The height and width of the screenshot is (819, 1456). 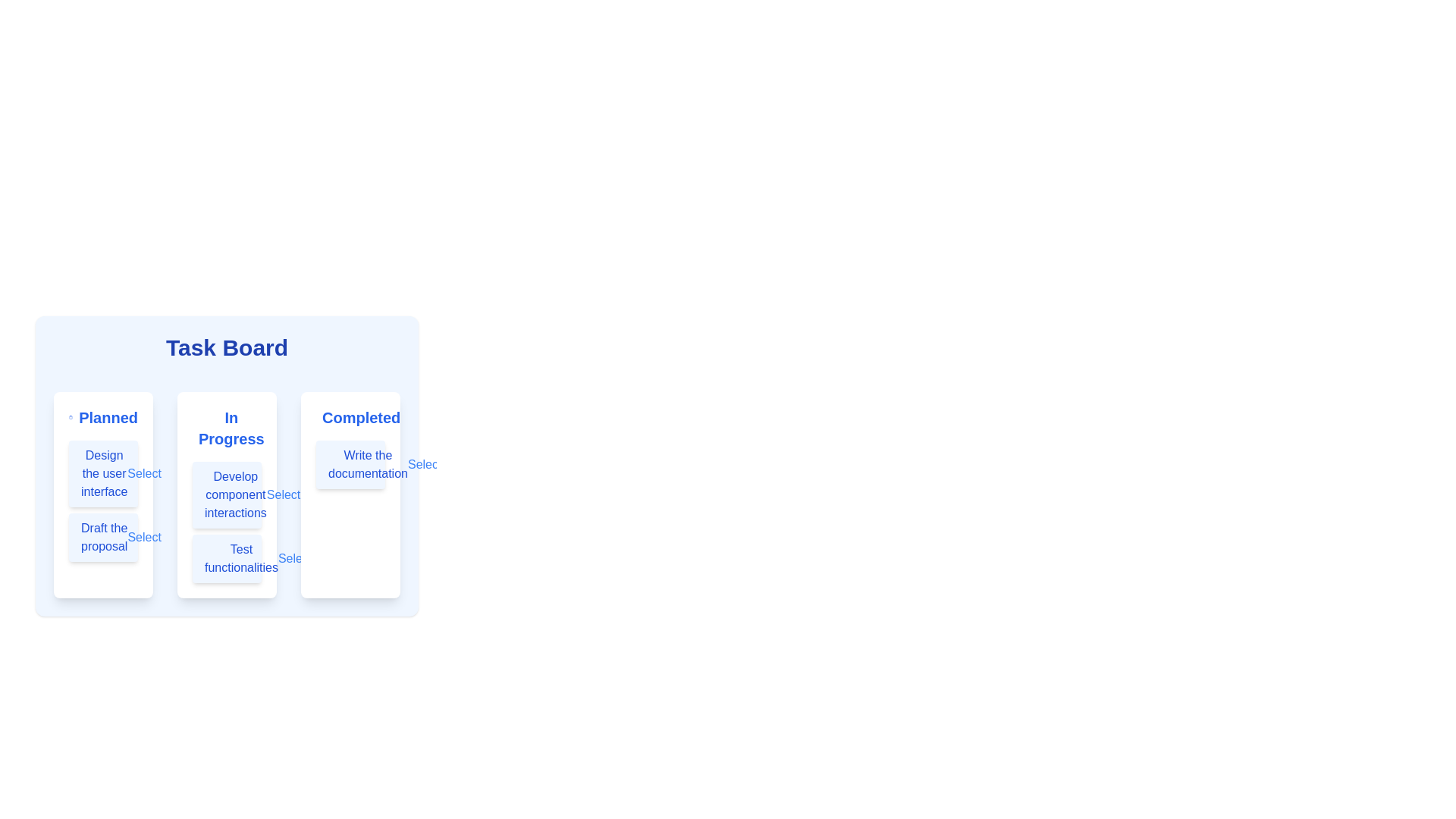 I want to click on the interactive text link or button labeled 'Draft the proposal' located in the bottom-right side of the 'Planned' column on the Task Board, so click(x=144, y=537).